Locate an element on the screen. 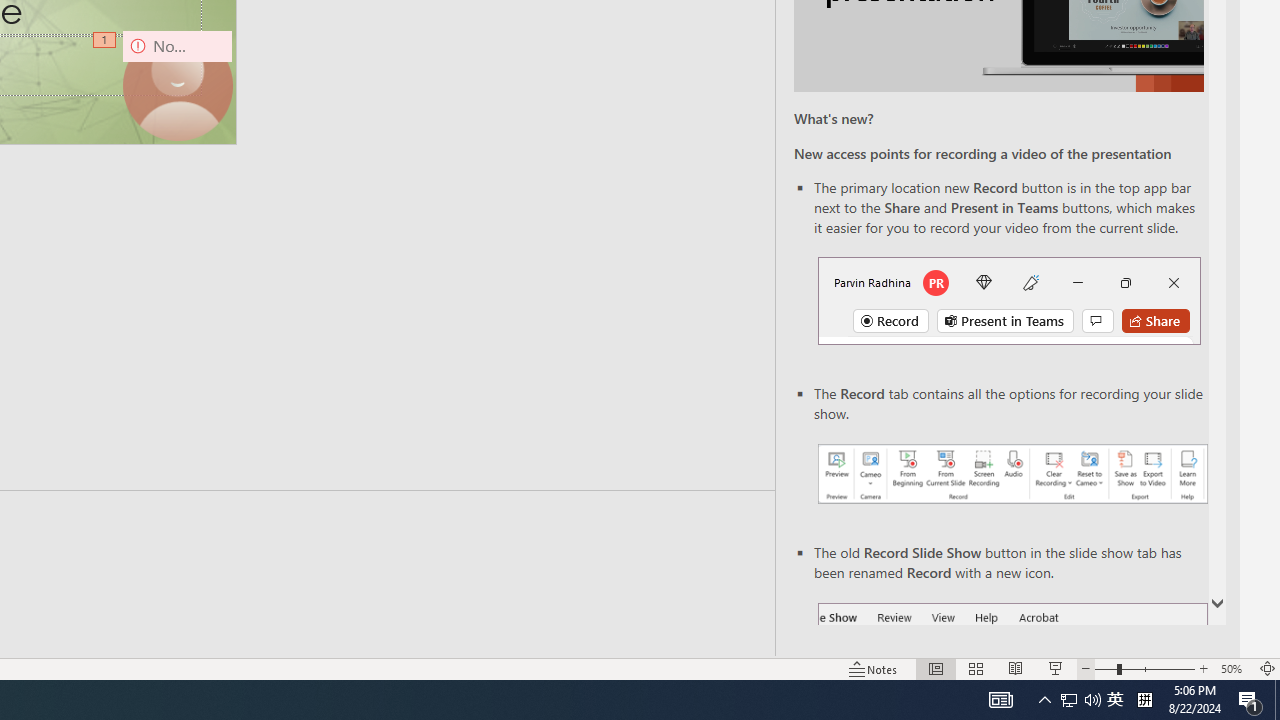 The height and width of the screenshot is (720, 1280). 'Record your presentations screenshot one' is located at coordinates (1013, 474).